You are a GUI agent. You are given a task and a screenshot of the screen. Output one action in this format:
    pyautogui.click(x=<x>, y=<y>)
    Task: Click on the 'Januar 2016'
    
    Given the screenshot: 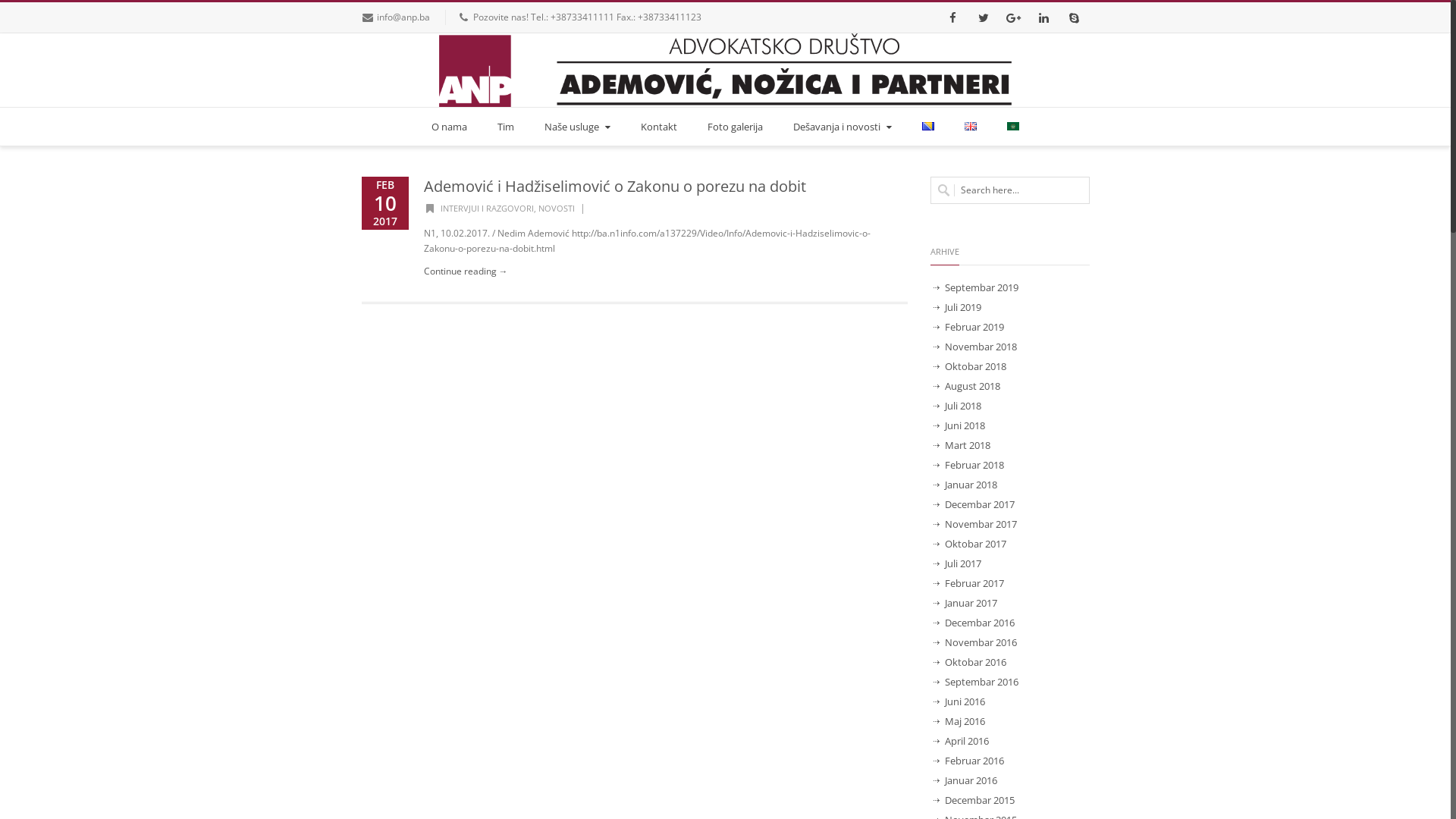 What is the action you would take?
    pyautogui.click(x=965, y=780)
    